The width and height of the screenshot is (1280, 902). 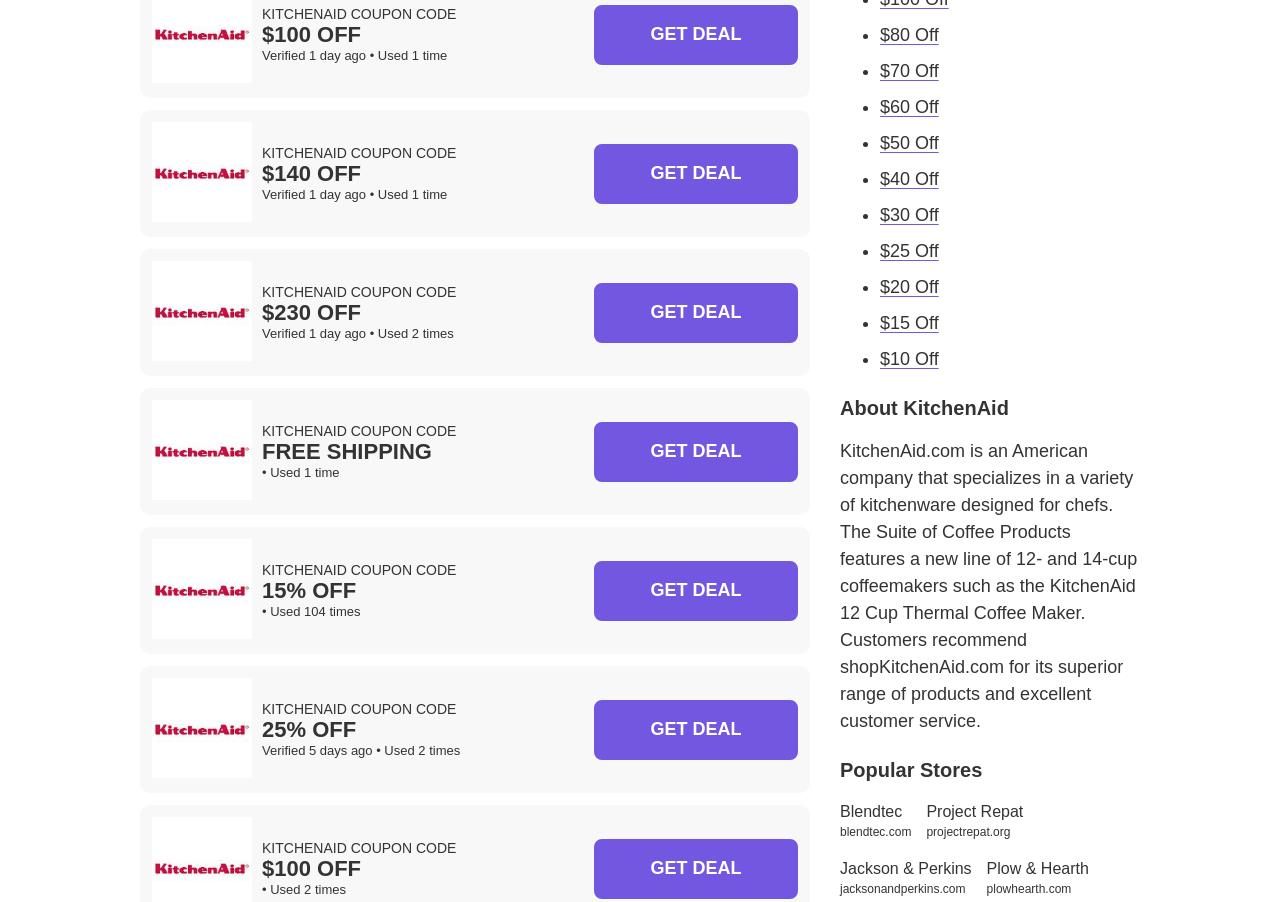 What do you see at coordinates (299, 471) in the screenshot?
I see `'• Used 1 time'` at bounding box center [299, 471].